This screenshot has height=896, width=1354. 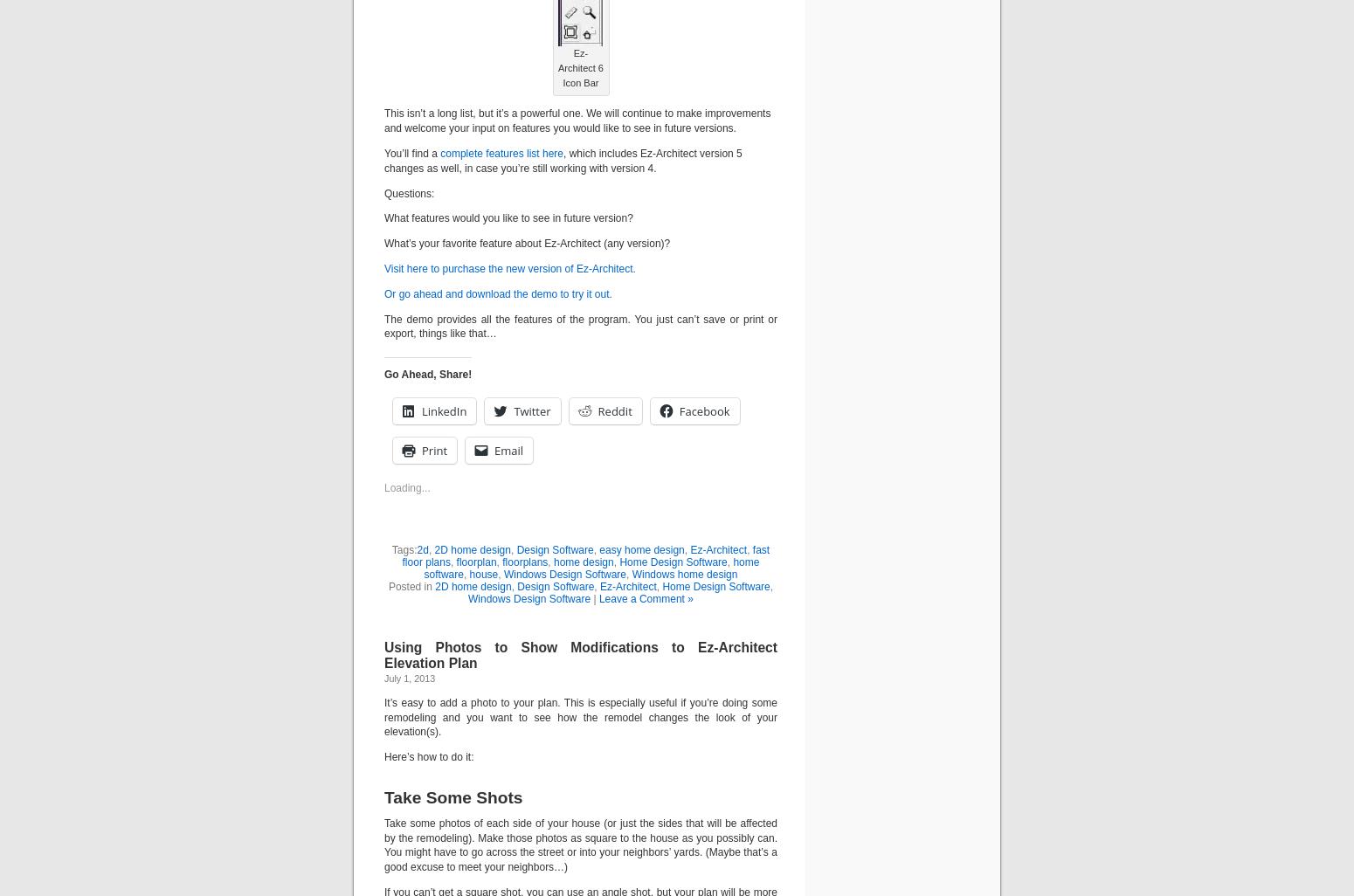 I want to click on 'LinkedIn', so click(x=443, y=410).